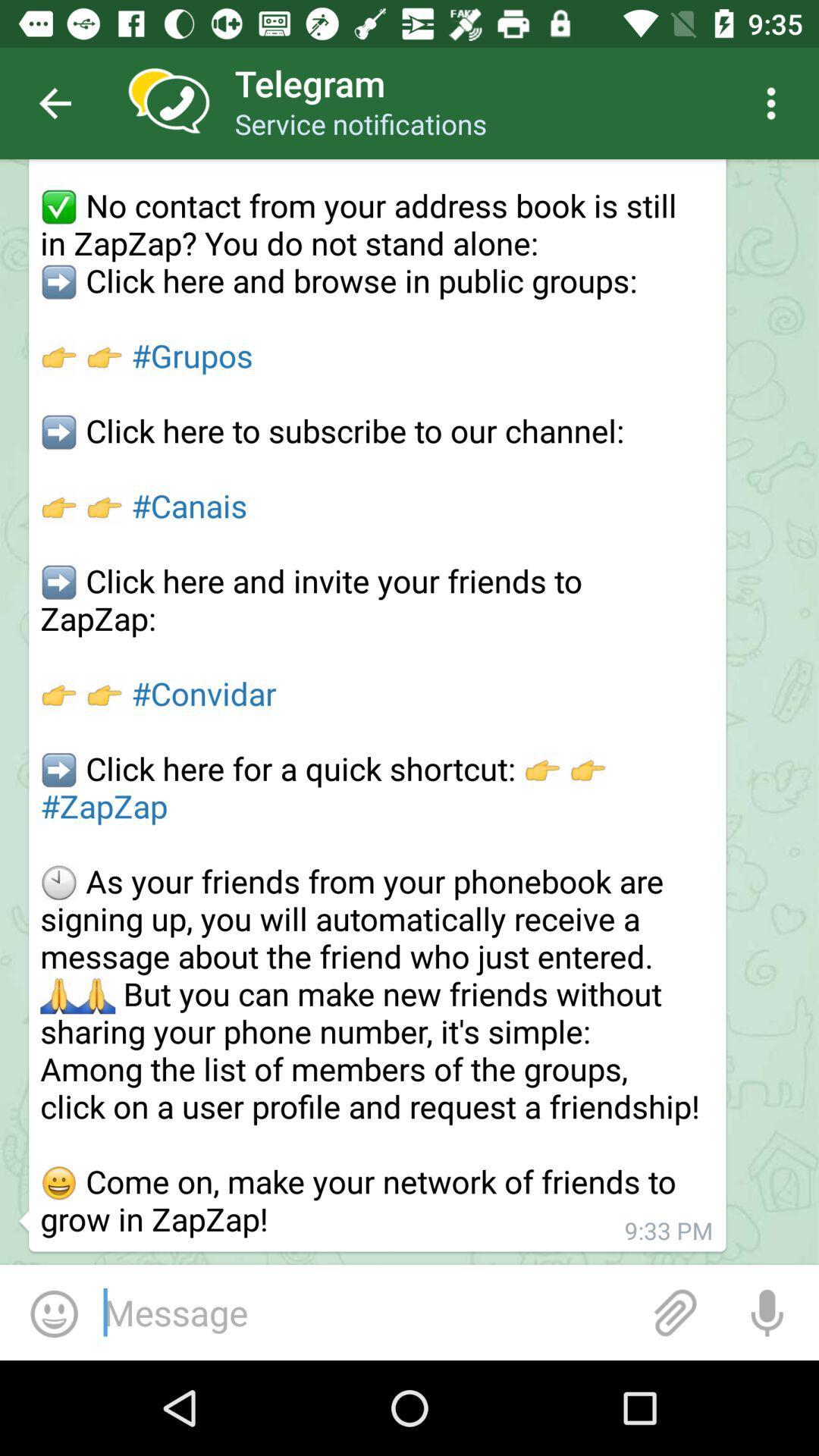 The width and height of the screenshot is (819, 1456). What do you see at coordinates (53, 1312) in the screenshot?
I see `the emoji icon` at bounding box center [53, 1312].